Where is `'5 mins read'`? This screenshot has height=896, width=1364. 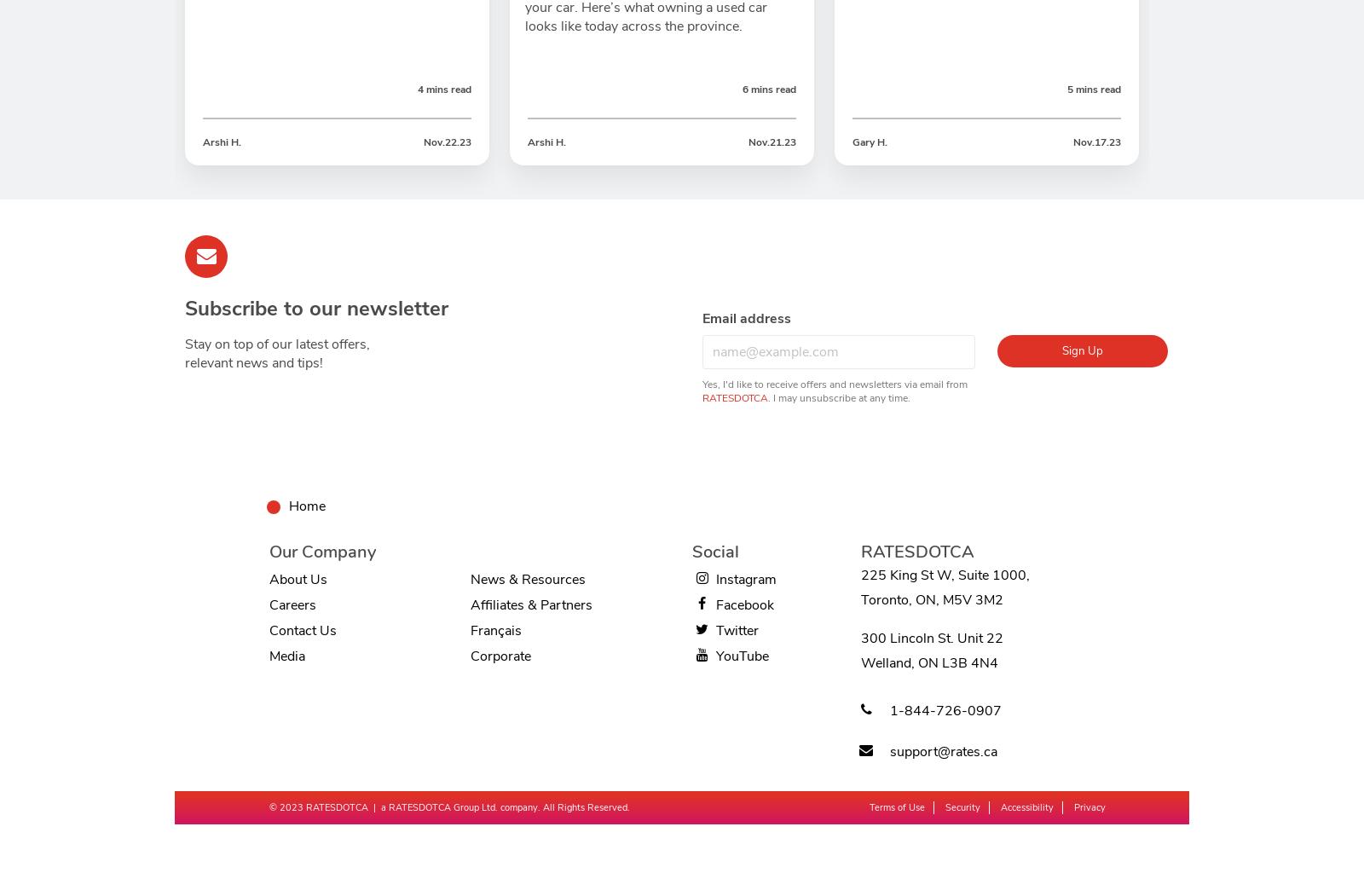
'5 mins read' is located at coordinates (1093, 89).